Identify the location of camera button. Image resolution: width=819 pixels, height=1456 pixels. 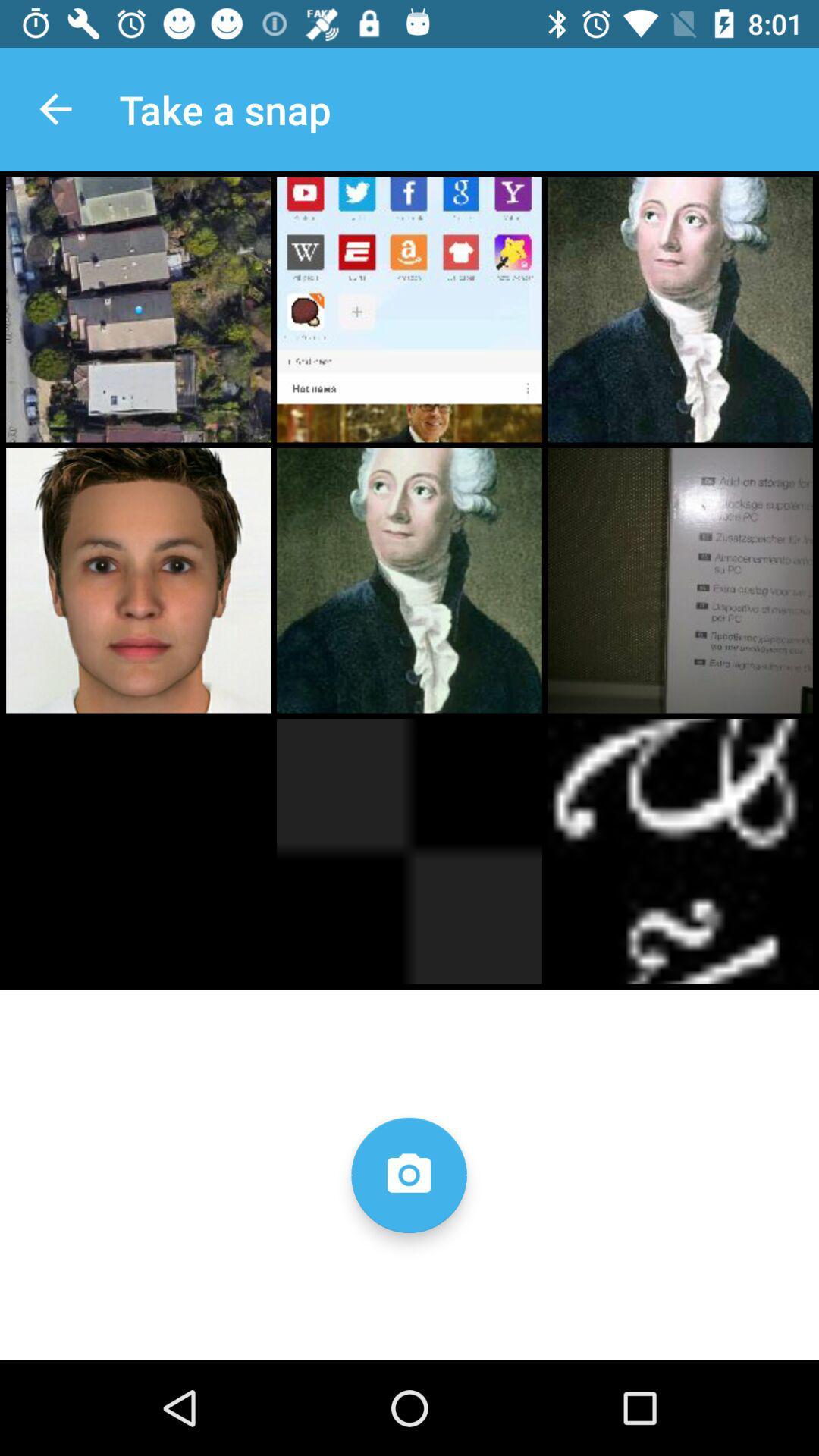
(408, 1174).